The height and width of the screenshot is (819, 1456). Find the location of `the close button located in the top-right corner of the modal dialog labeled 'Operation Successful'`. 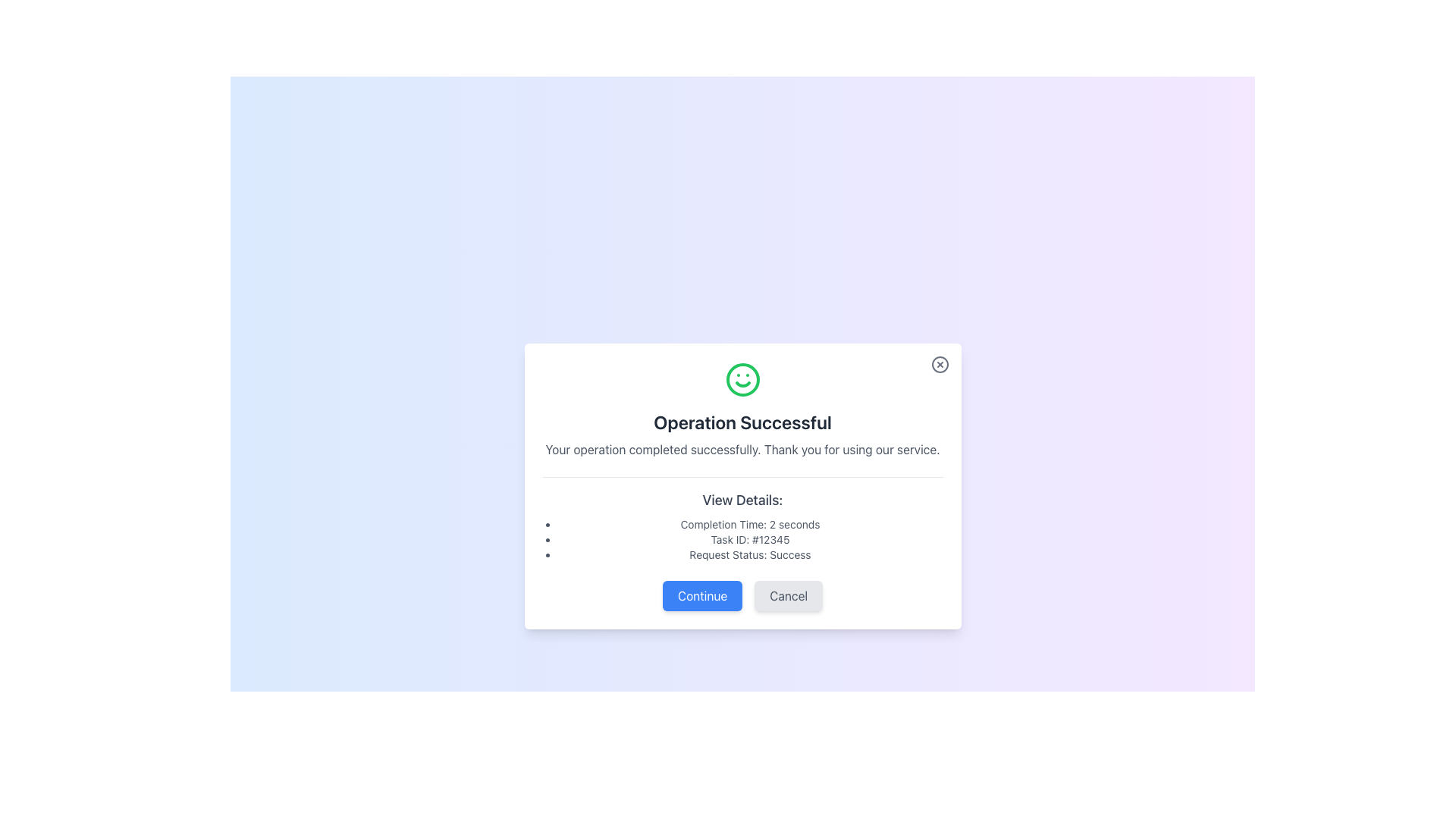

the close button located in the top-right corner of the modal dialog labeled 'Operation Successful' is located at coordinates (939, 364).